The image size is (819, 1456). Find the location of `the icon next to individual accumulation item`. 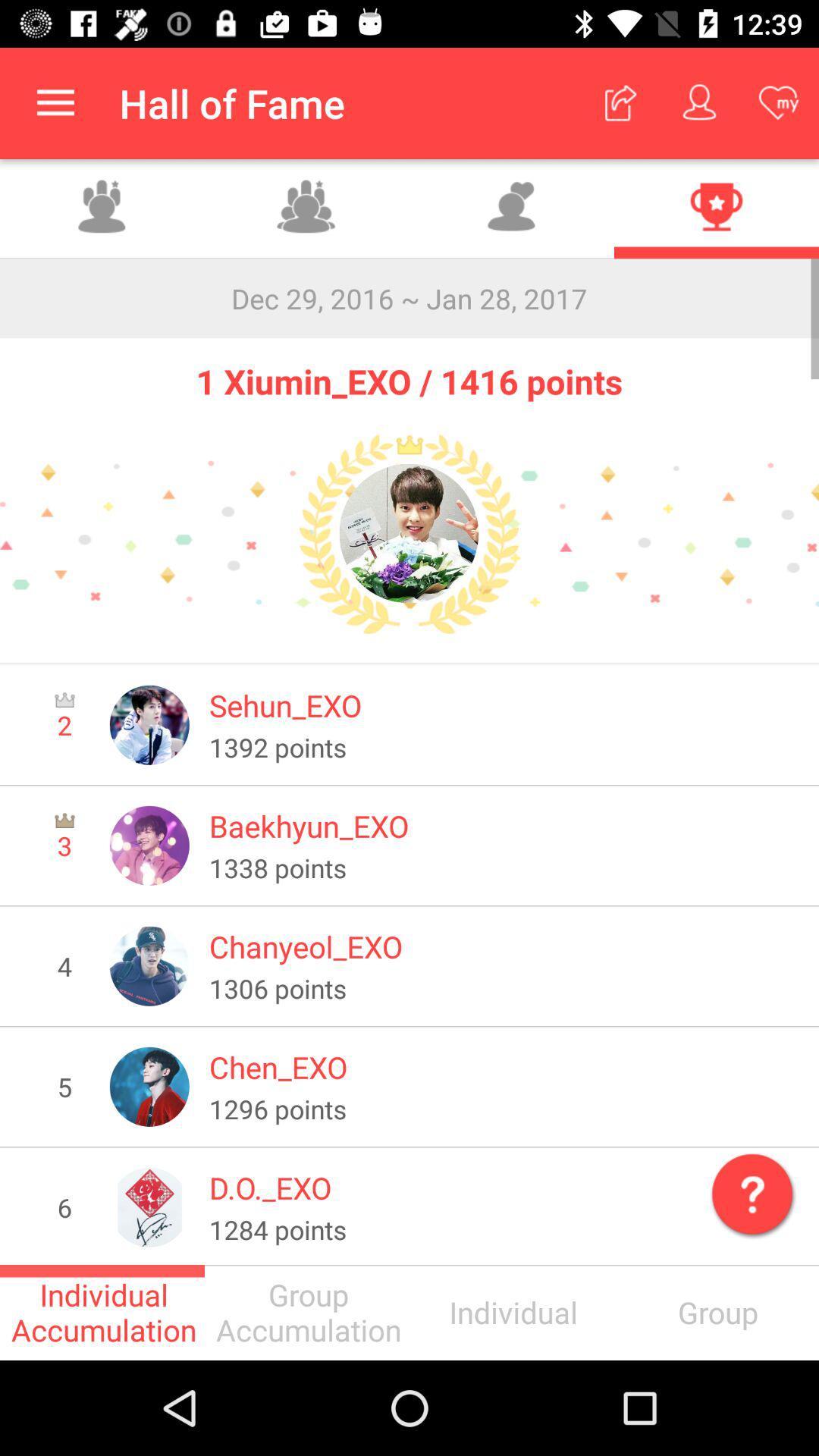

the icon next to individual accumulation item is located at coordinates (307, 1312).